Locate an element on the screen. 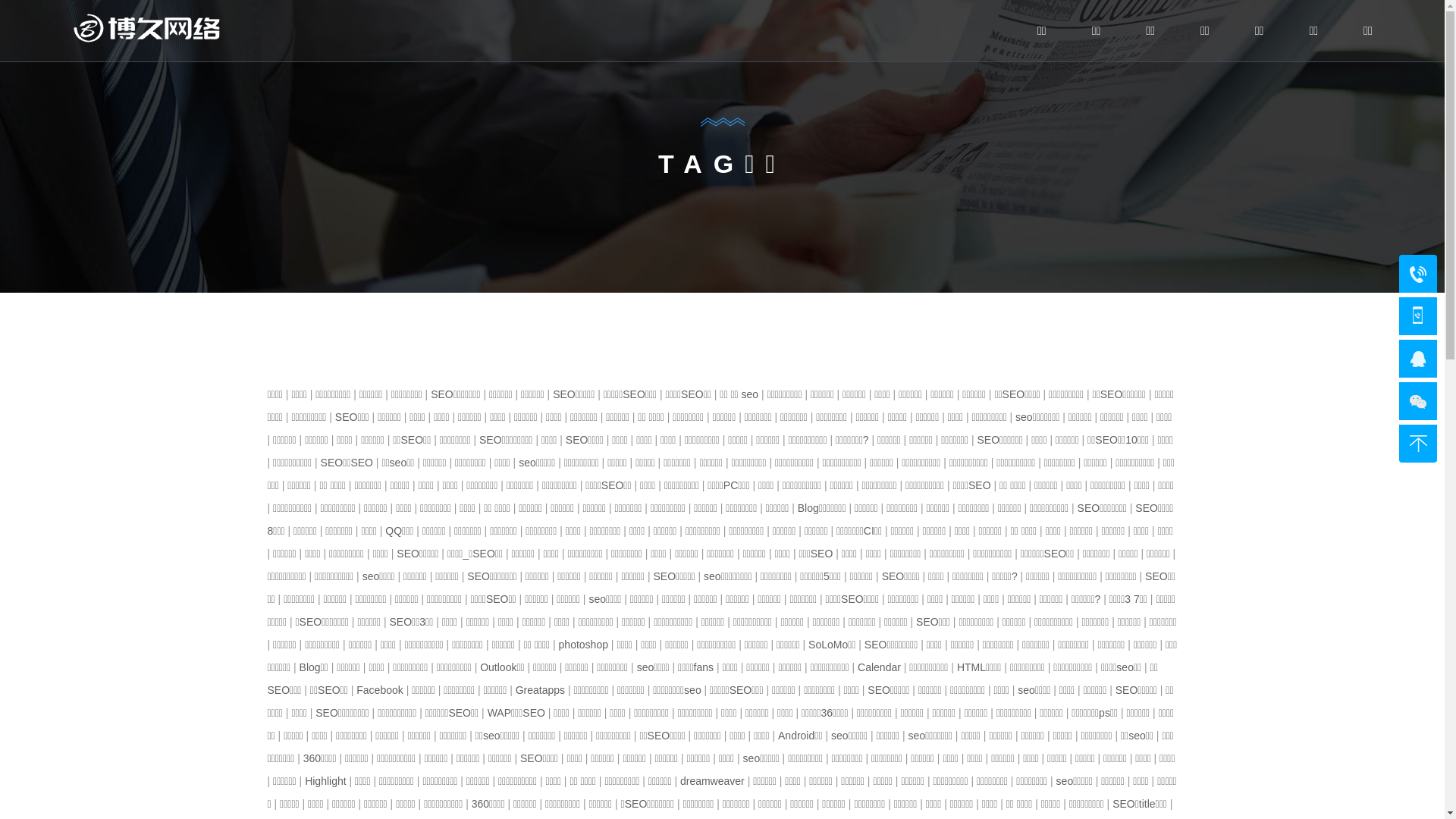 The width and height of the screenshot is (1456, 819). 'Facebook' is located at coordinates (379, 690).